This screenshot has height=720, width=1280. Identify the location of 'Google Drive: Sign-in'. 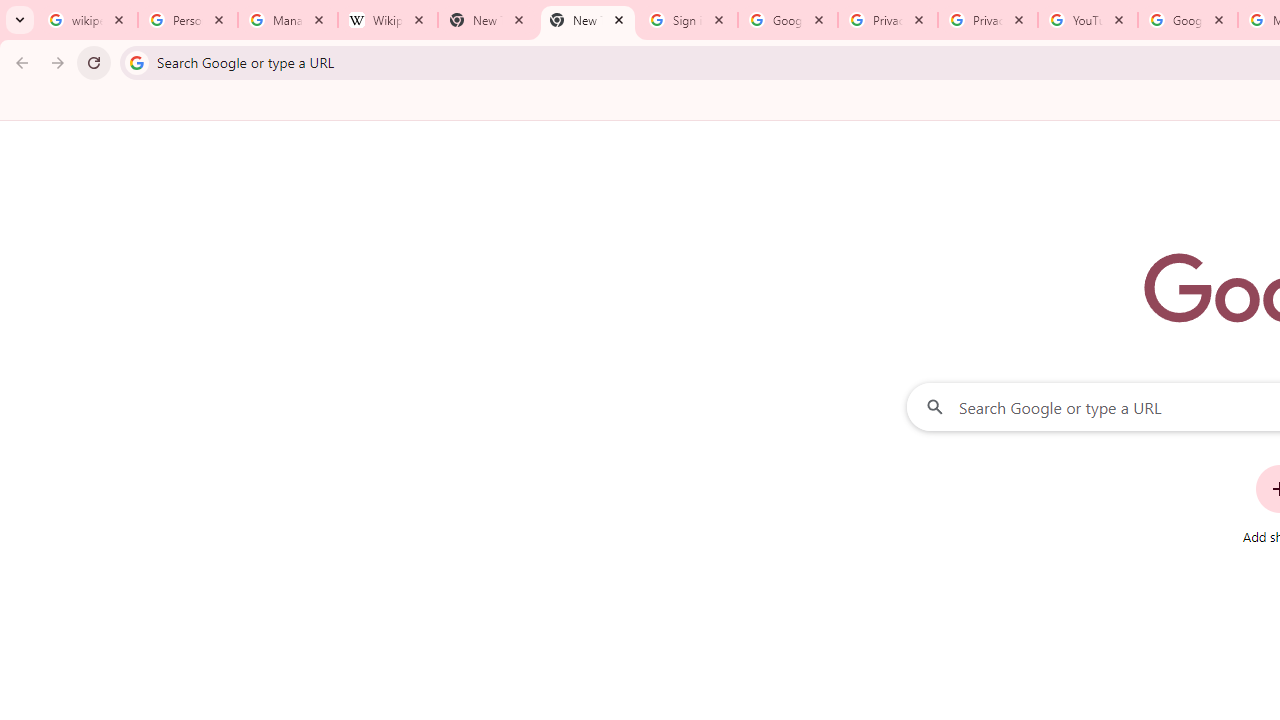
(787, 20).